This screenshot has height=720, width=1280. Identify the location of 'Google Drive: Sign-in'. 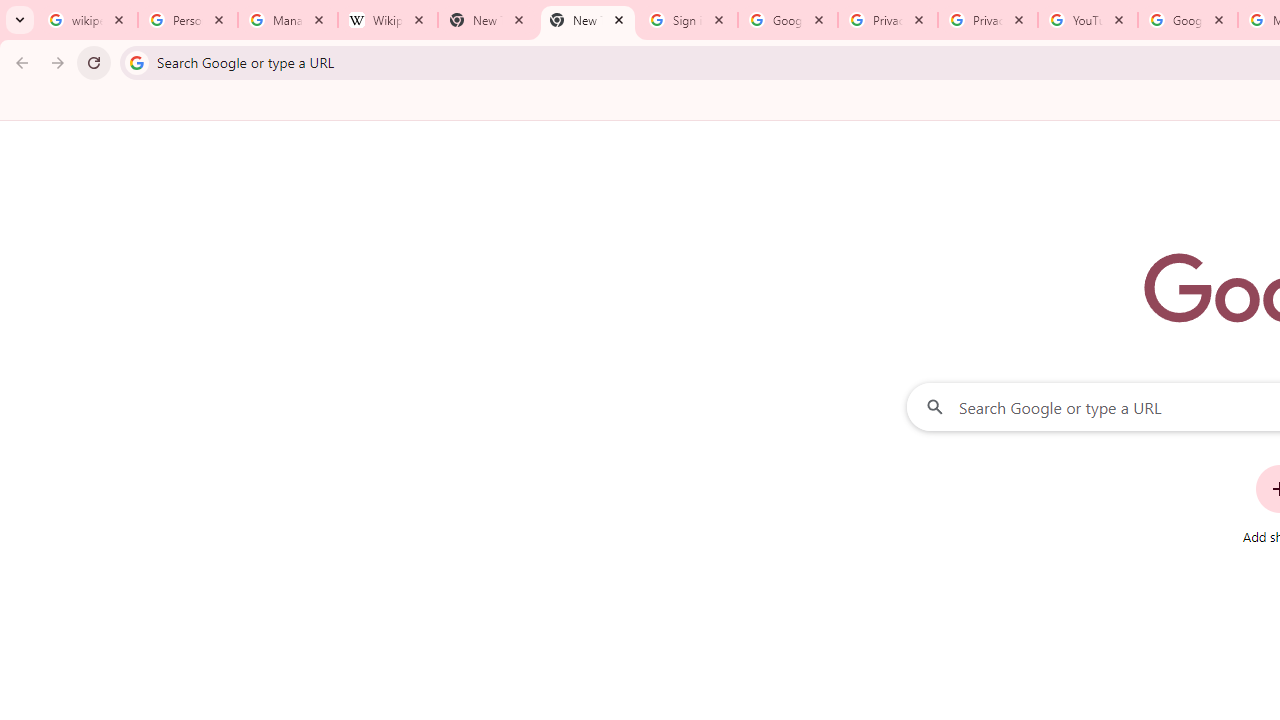
(787, 20).